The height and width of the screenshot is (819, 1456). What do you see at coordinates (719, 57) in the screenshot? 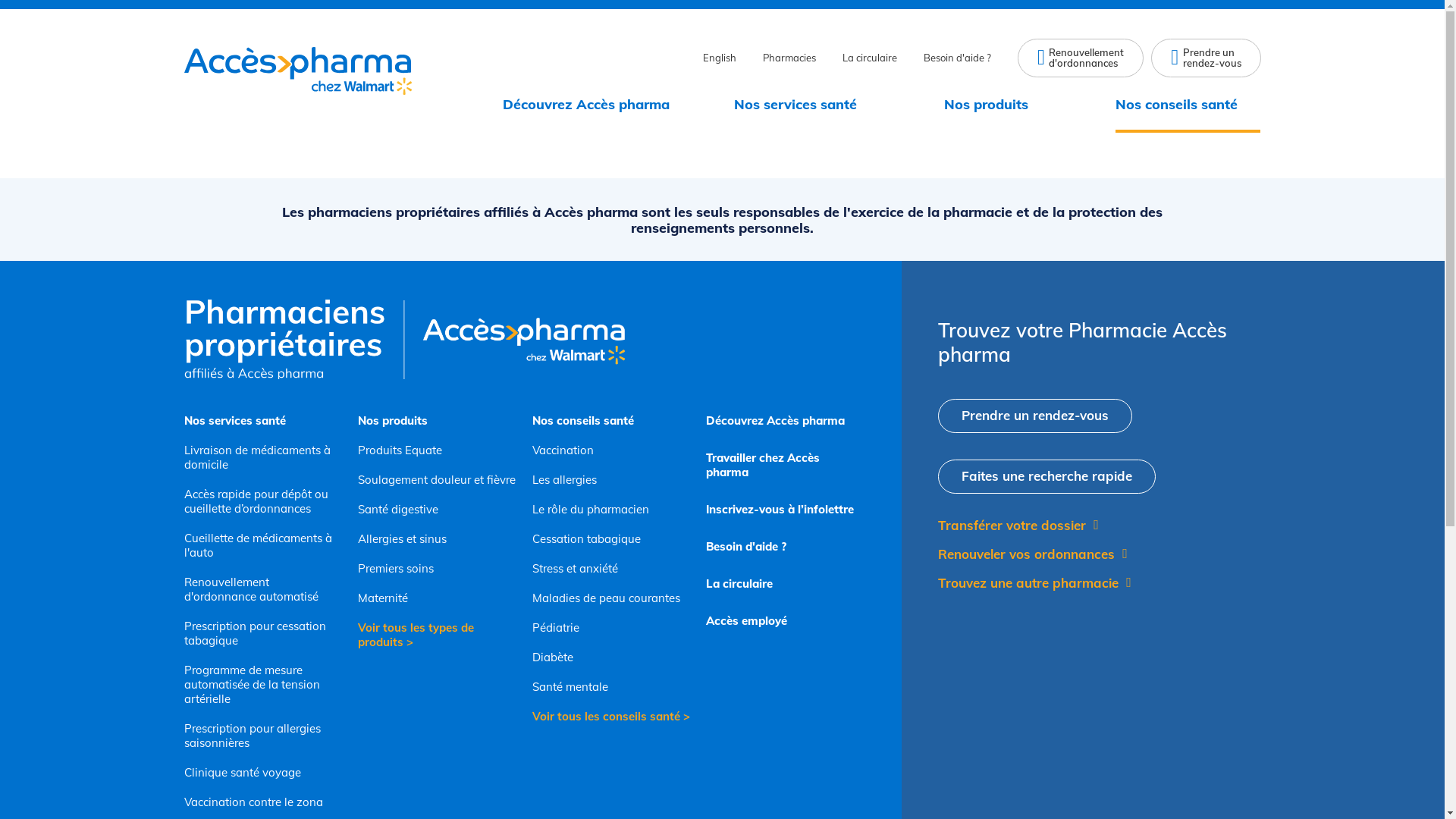
I see `'English'` at bounding box center [719, 57].